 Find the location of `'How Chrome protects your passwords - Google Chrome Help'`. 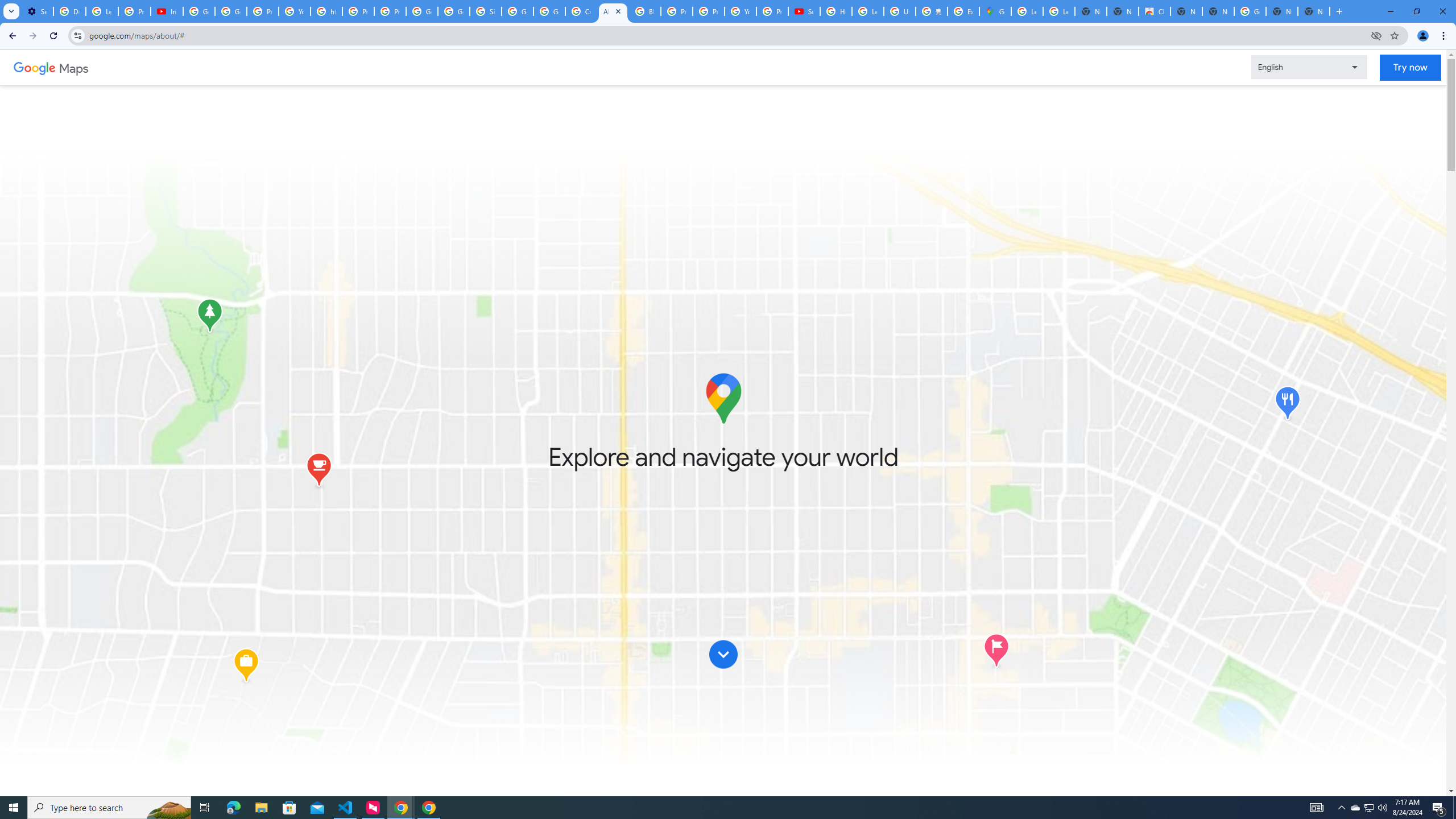

'How Chrome protects your passwords - Google Chrome Help' is located at coordinates (835, 11).